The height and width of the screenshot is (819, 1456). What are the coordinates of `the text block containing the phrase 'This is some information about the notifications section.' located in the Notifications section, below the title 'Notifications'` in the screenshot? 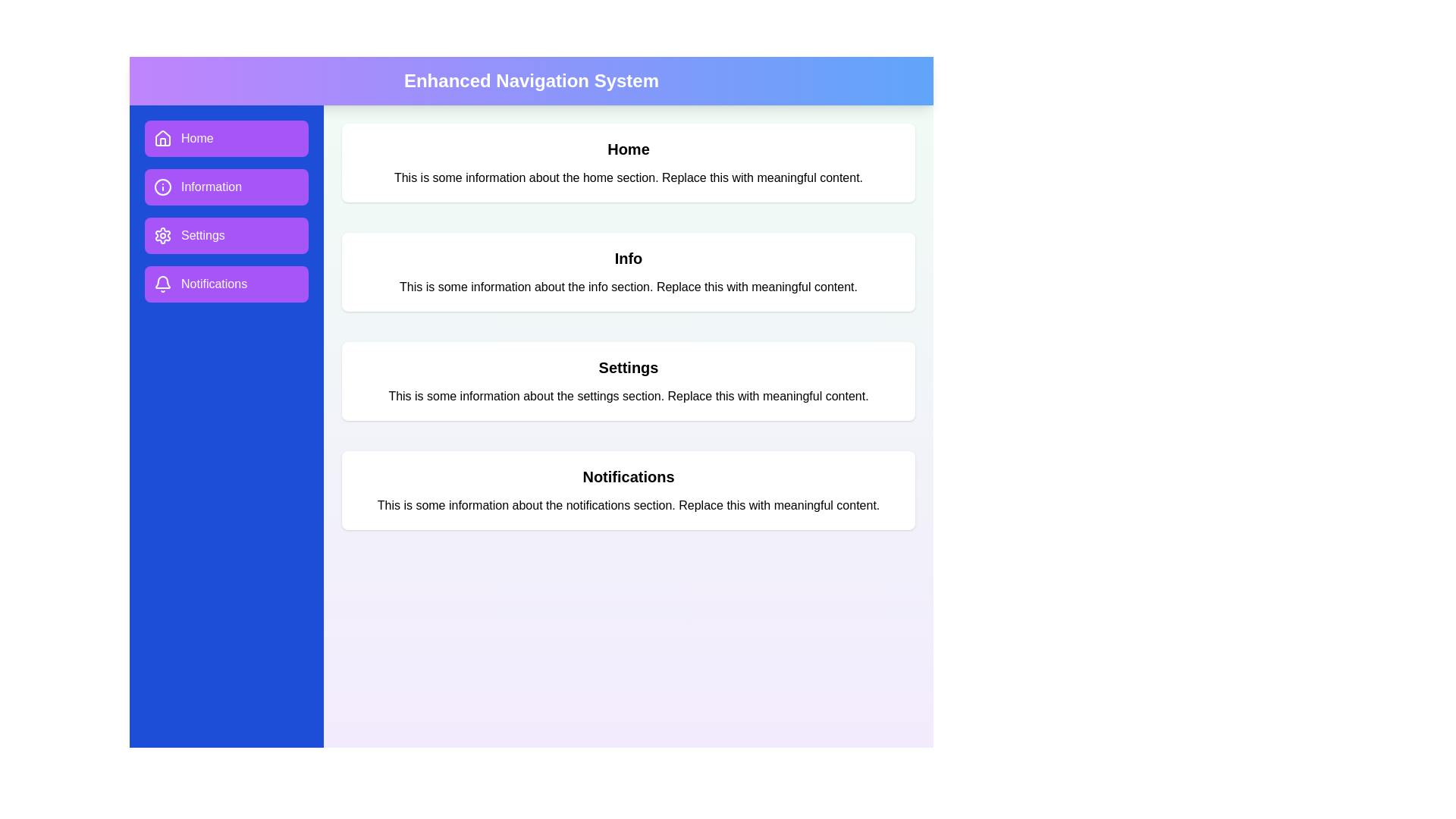 It's located at (629, 506).